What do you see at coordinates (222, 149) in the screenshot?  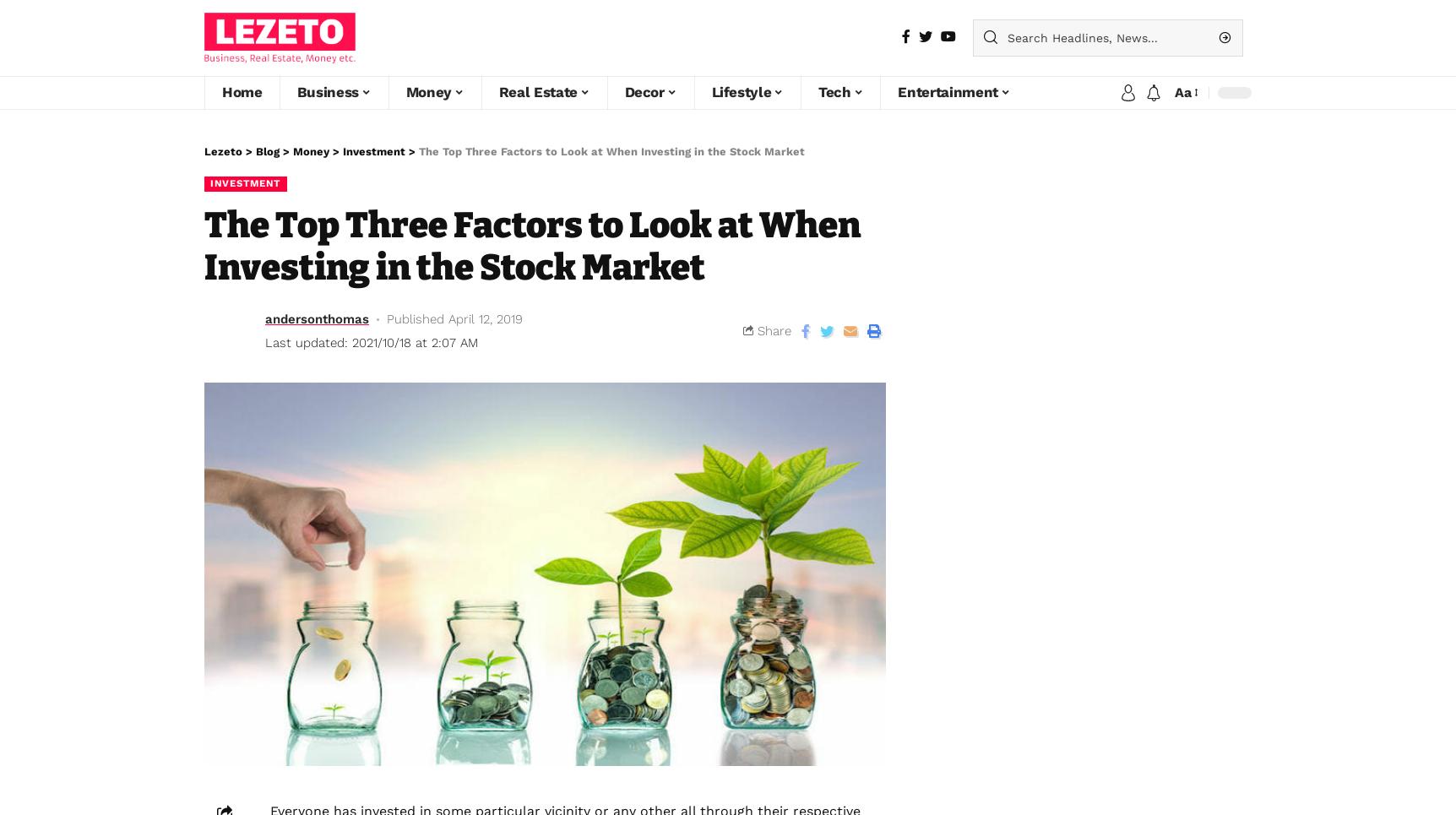 I see `'Lezeto'` at bounding box center [222, 149].